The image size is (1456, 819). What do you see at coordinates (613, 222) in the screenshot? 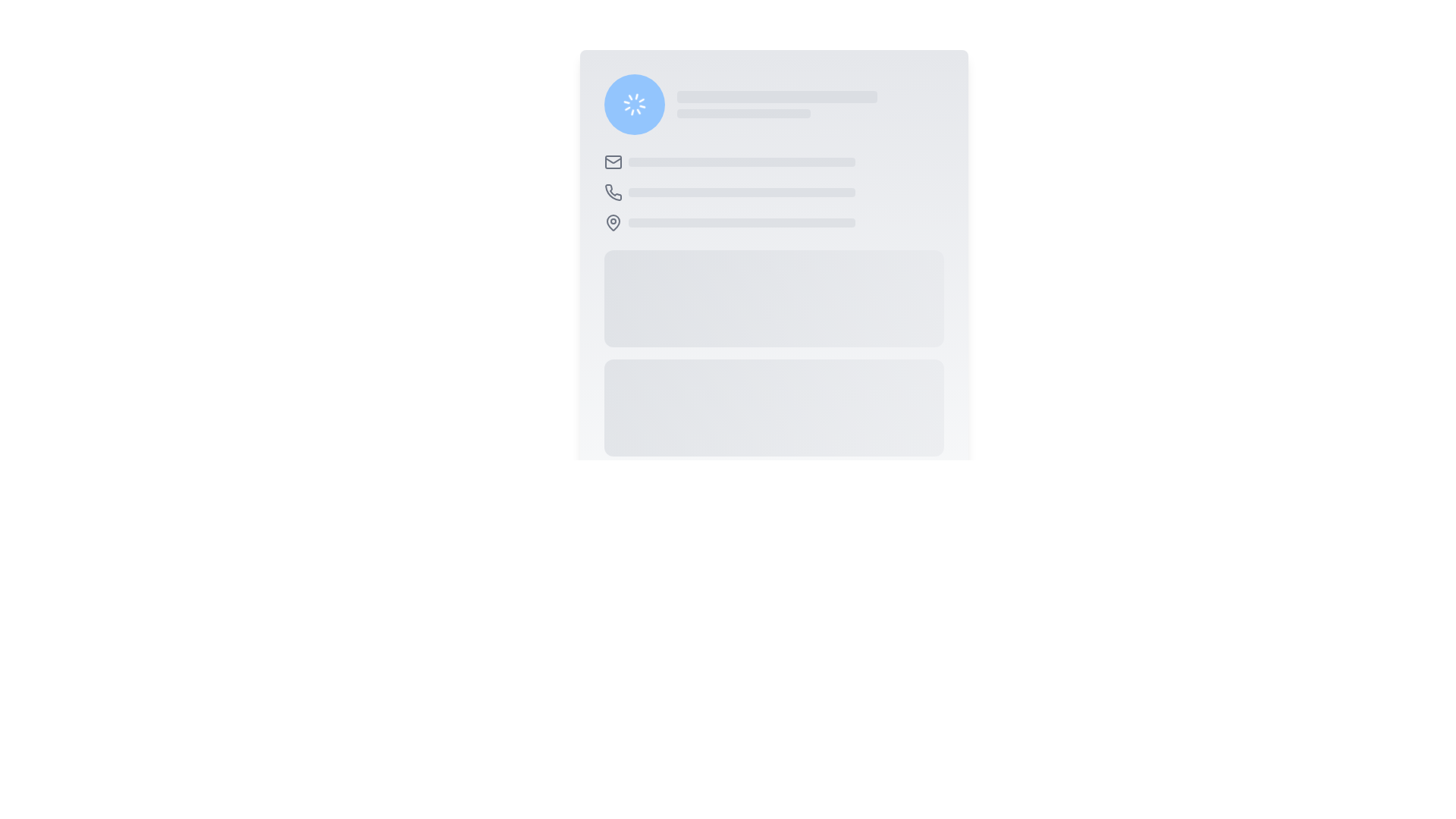
I see `the stylized pin icon representing a location marker, which is centered beneath a phone icon and above a set of text items` at bounding box center [613, 222].